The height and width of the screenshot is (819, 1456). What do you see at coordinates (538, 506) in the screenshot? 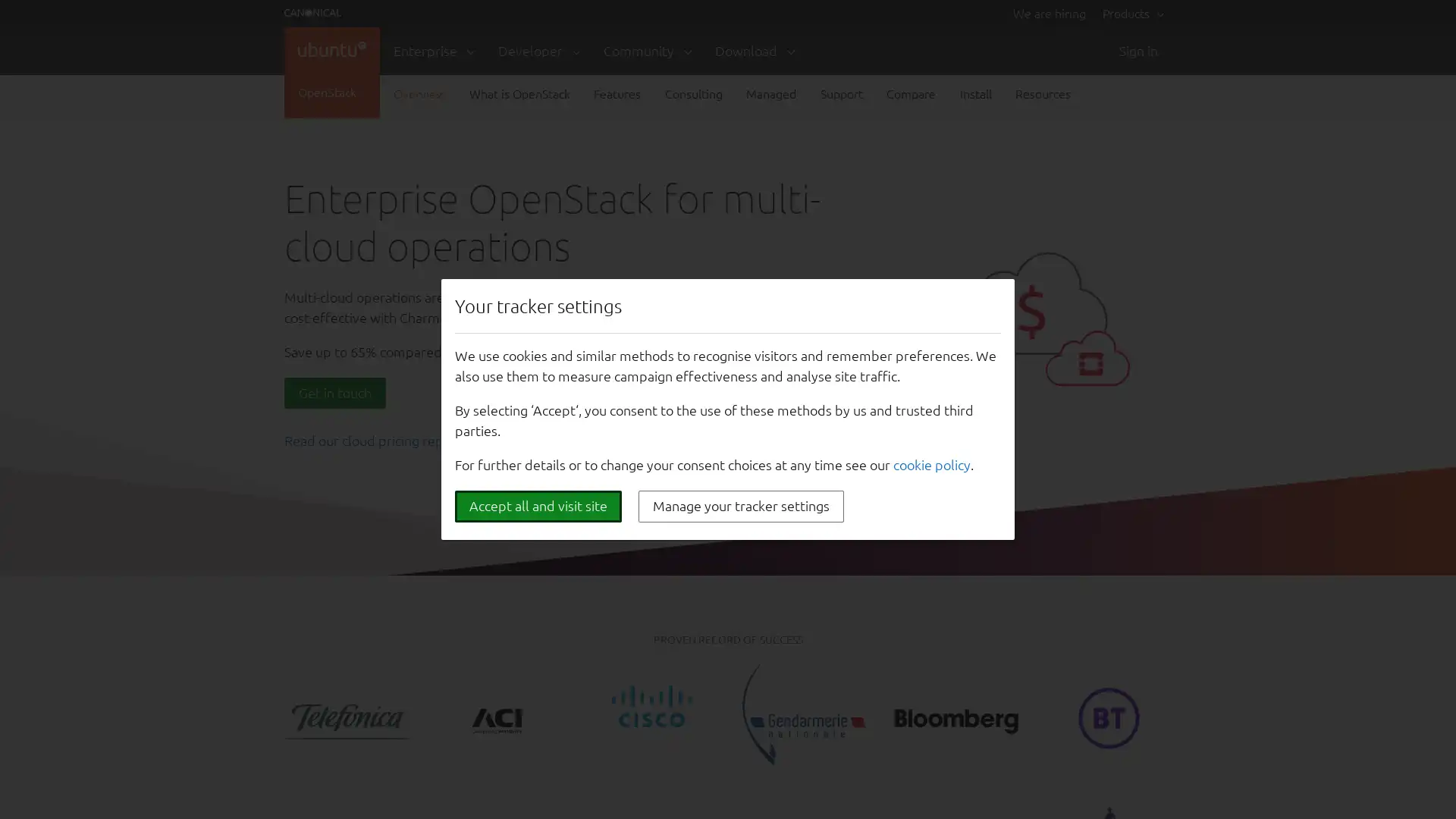
I see `Accept all and visit site` at bounding box center [538, 506].